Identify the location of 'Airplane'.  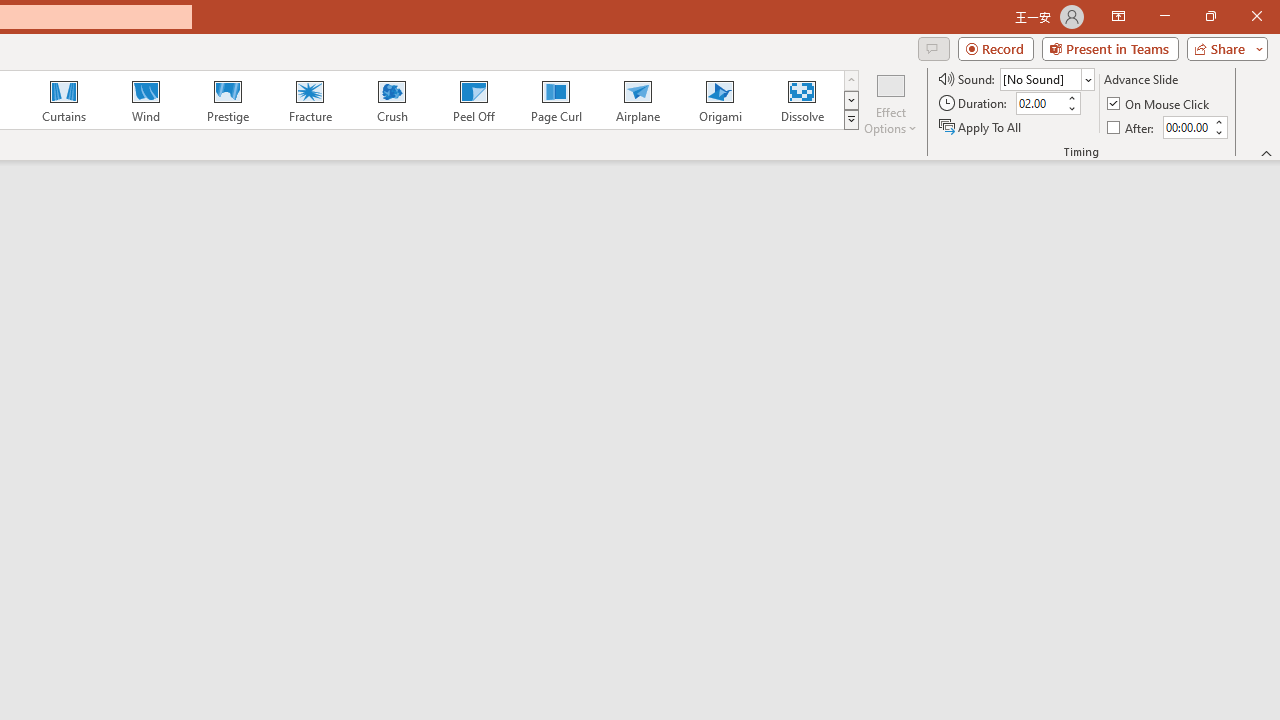
(636, 100).